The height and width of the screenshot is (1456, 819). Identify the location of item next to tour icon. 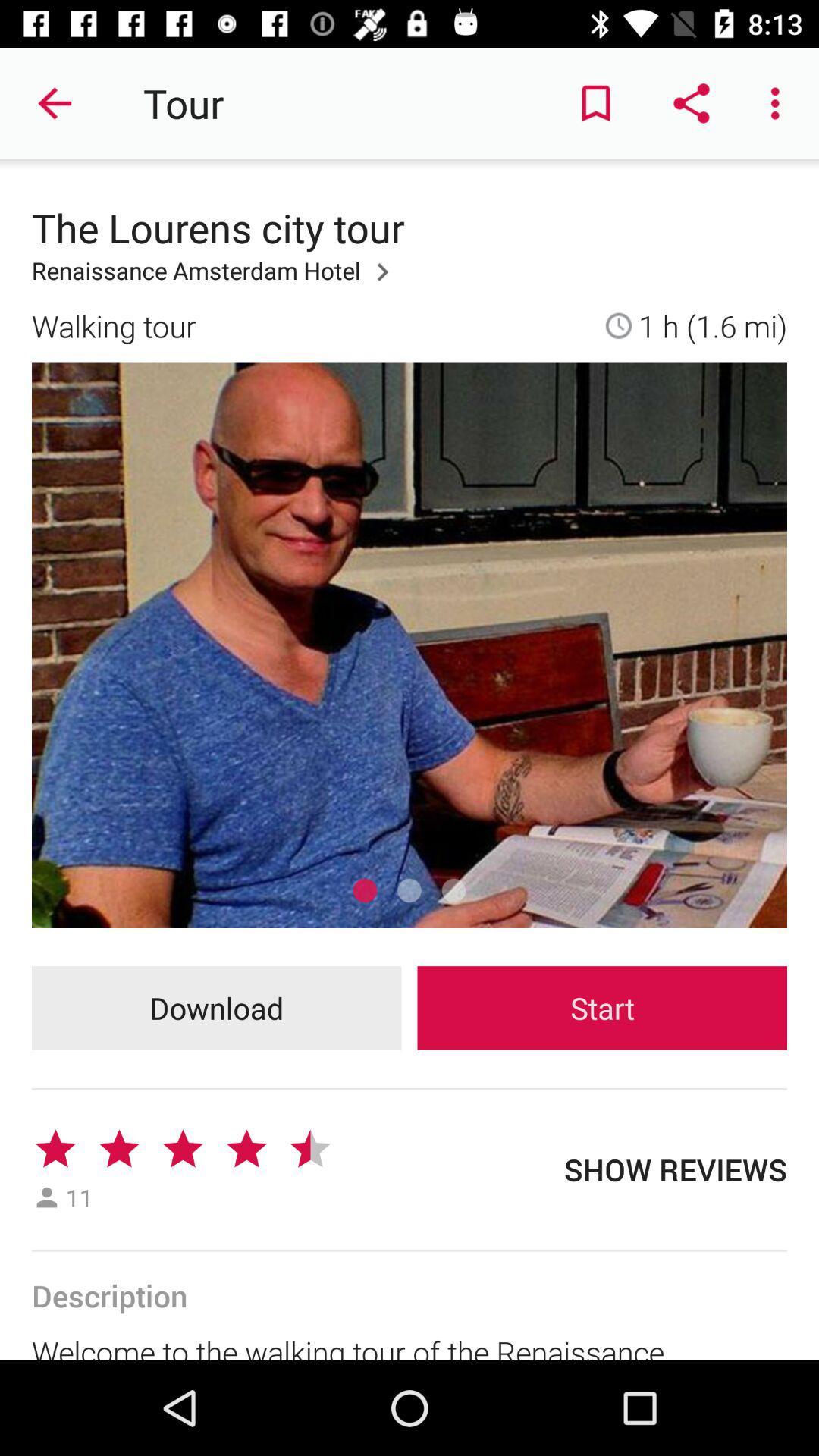
(55, 102).